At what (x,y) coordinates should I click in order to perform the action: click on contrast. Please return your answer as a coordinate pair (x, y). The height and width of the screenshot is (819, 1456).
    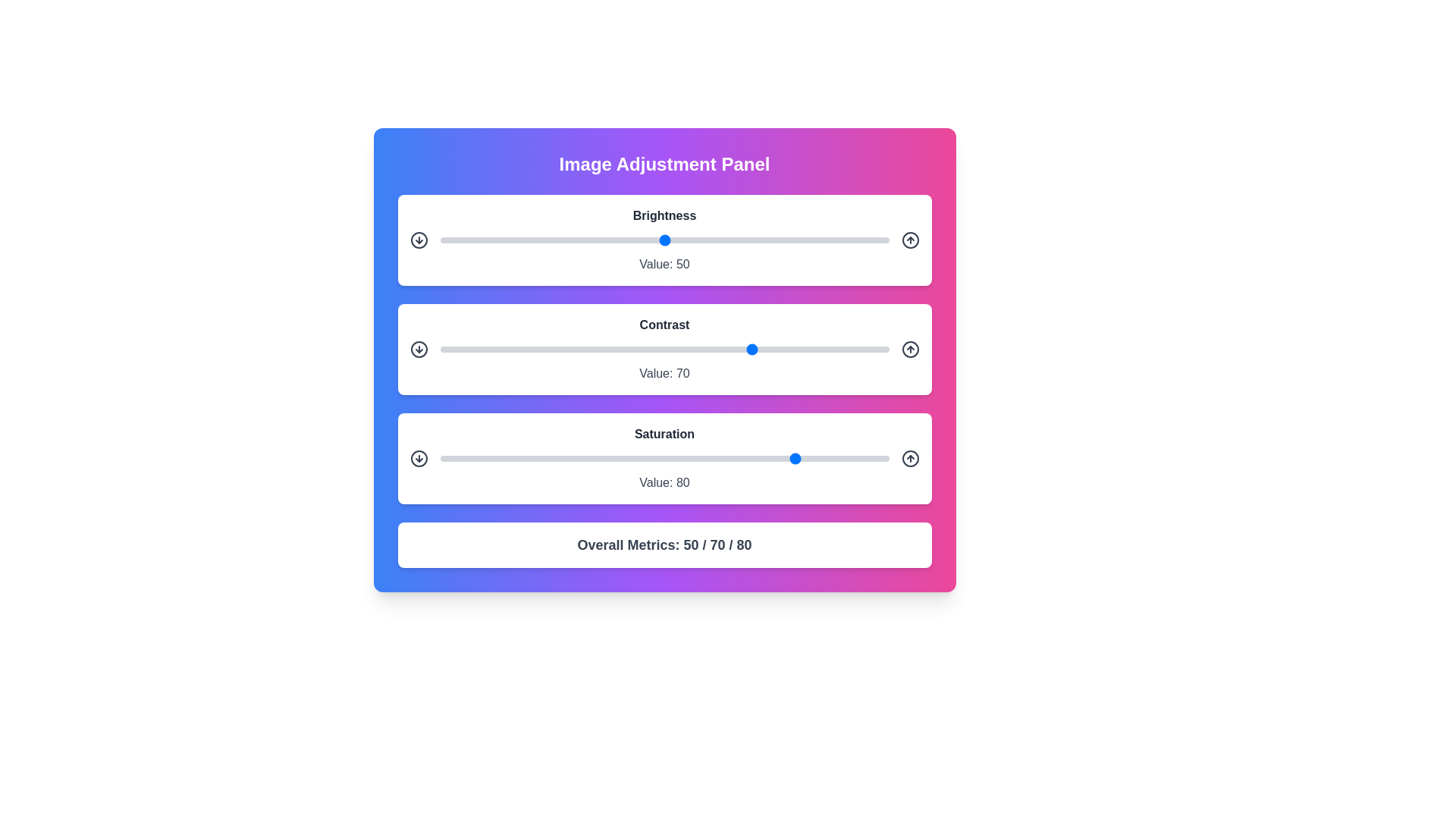
    Looking at the image, I should click on (758, 350).